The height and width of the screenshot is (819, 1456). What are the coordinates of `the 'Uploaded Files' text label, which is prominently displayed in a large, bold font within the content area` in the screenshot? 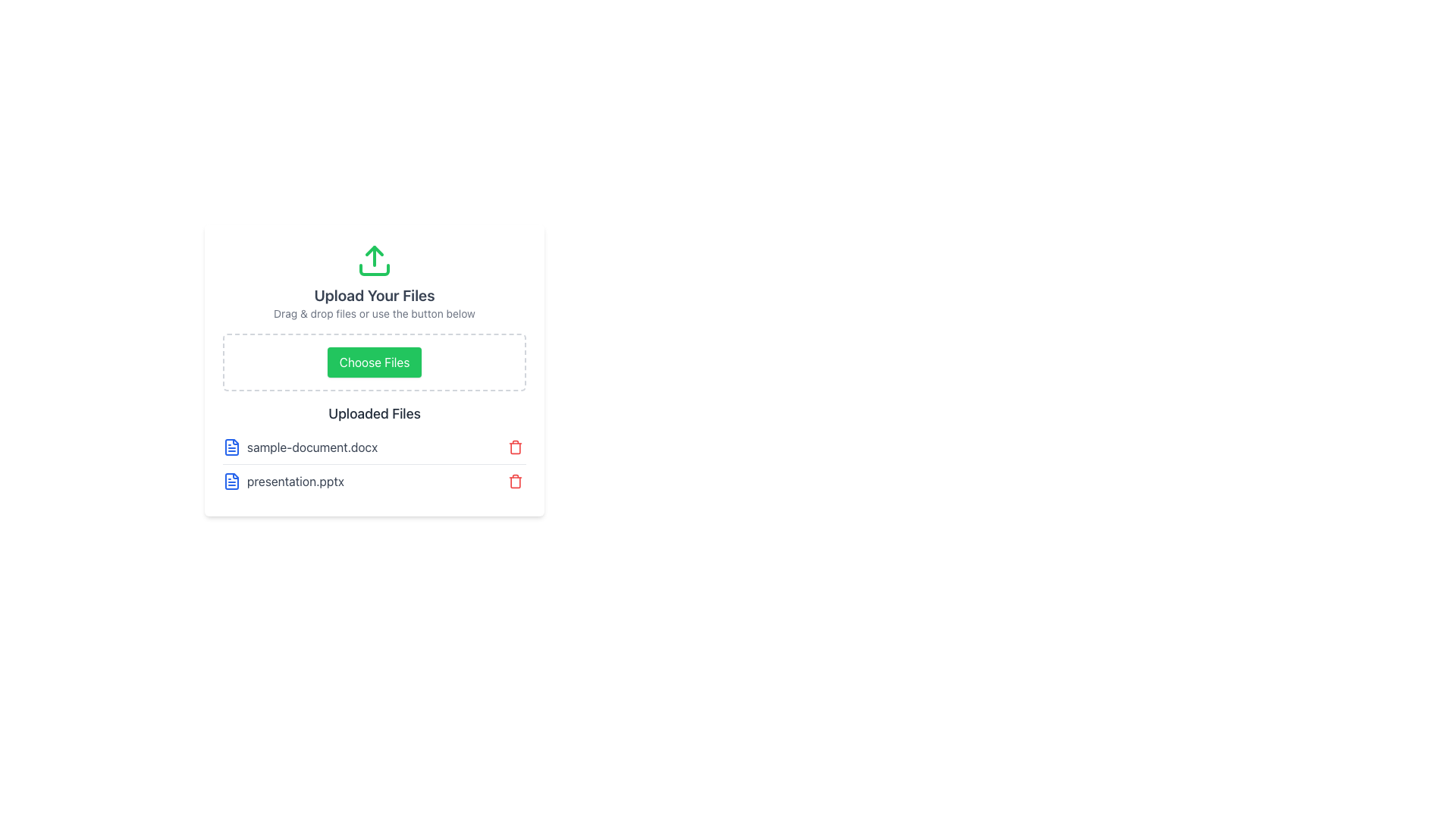 It's located at (375, 414).